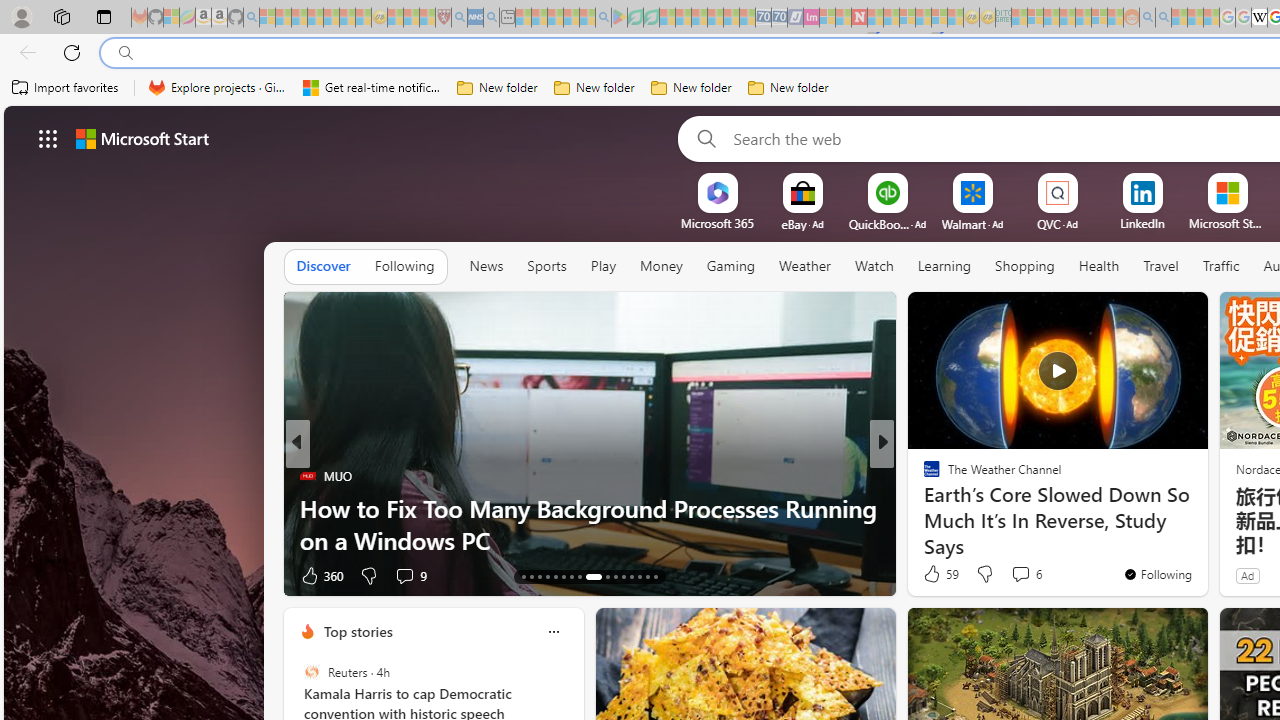 The width and height of the screenshot is (1280, 720). Describe the element at coordinates (1160, 266) in the screenshot. I see `'Travel'` at that location.